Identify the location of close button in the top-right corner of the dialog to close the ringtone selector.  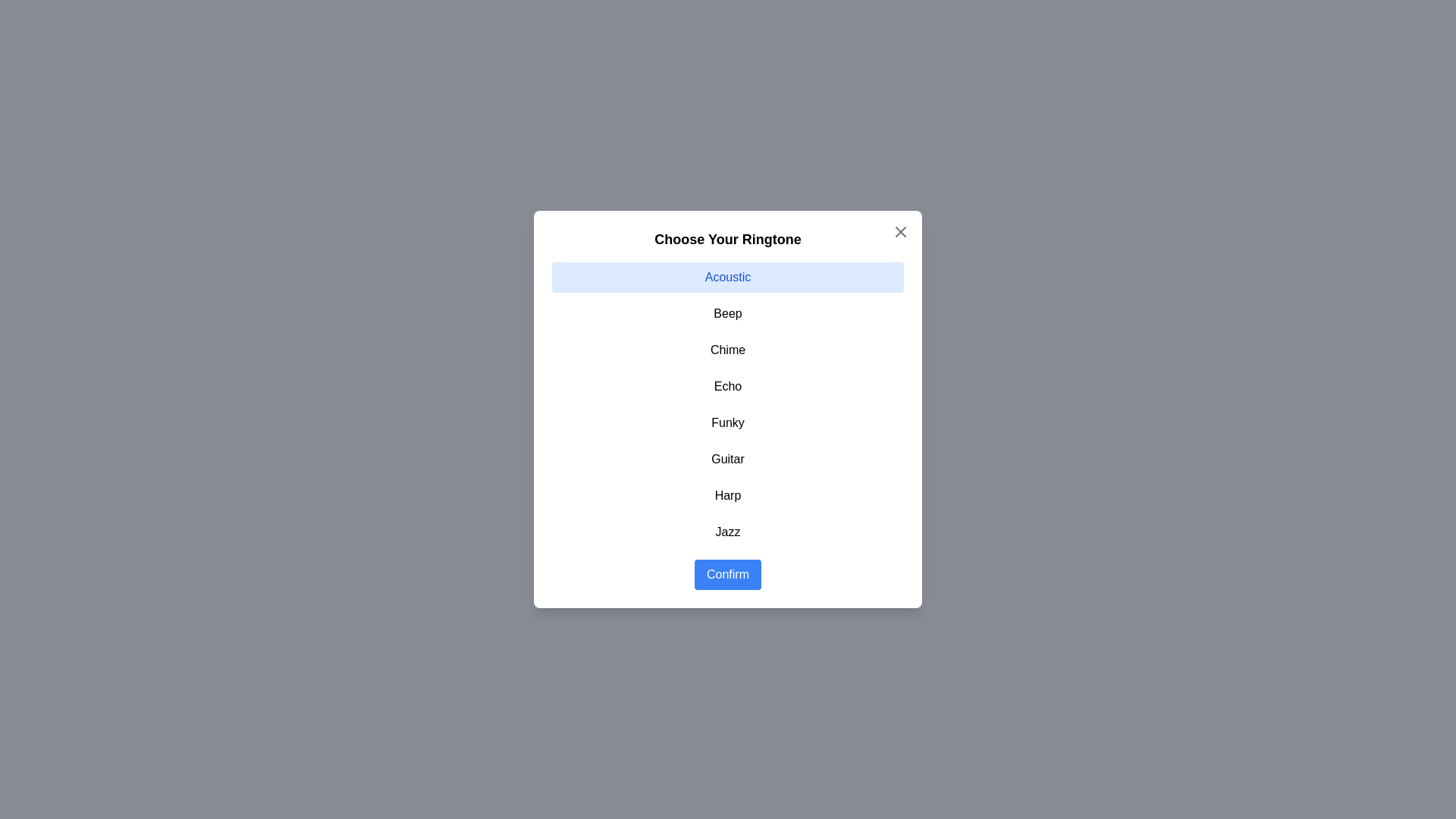
(901, 231).